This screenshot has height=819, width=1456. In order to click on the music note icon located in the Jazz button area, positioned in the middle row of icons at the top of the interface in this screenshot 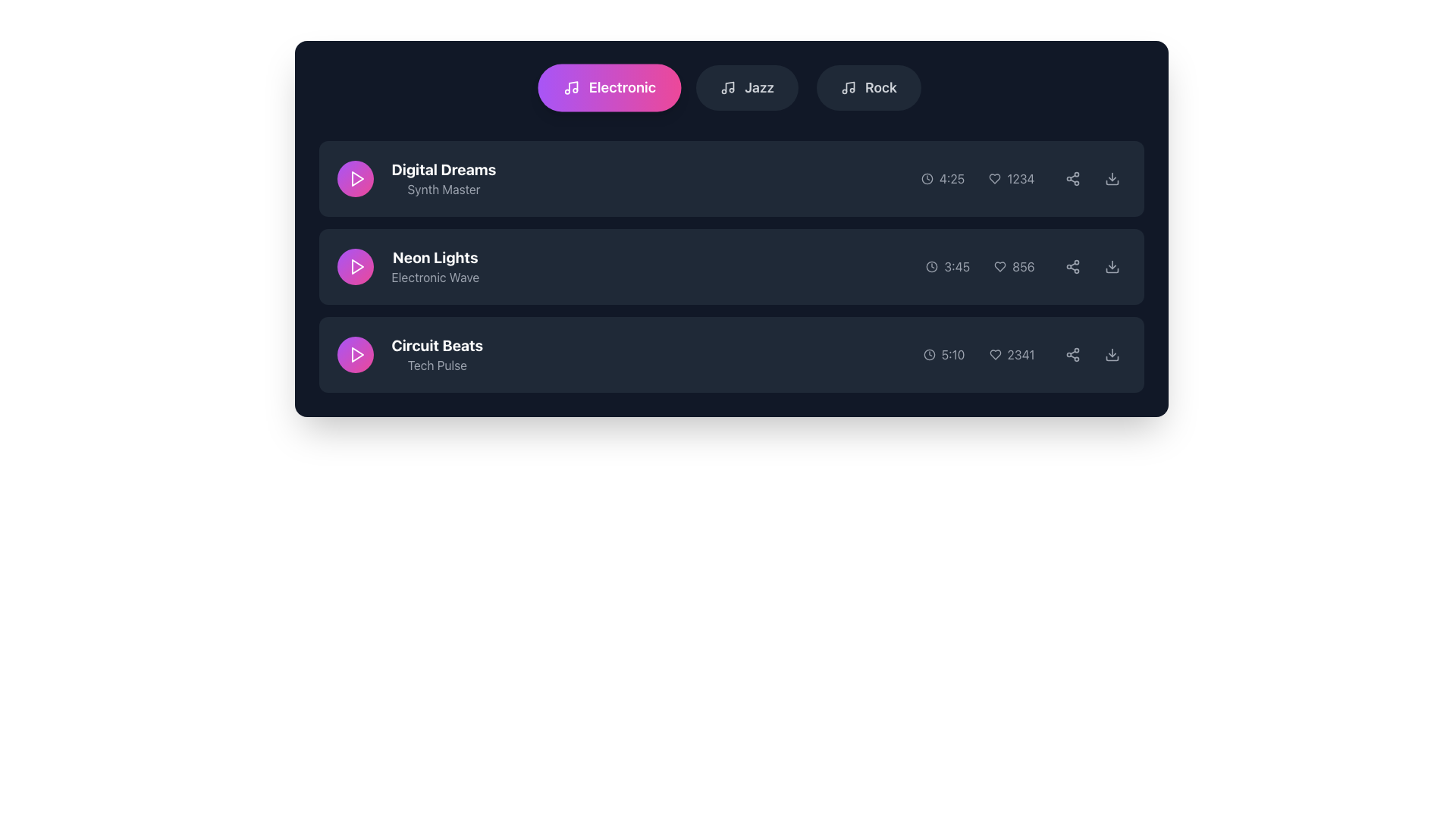, I will do `click(730, 86)`.